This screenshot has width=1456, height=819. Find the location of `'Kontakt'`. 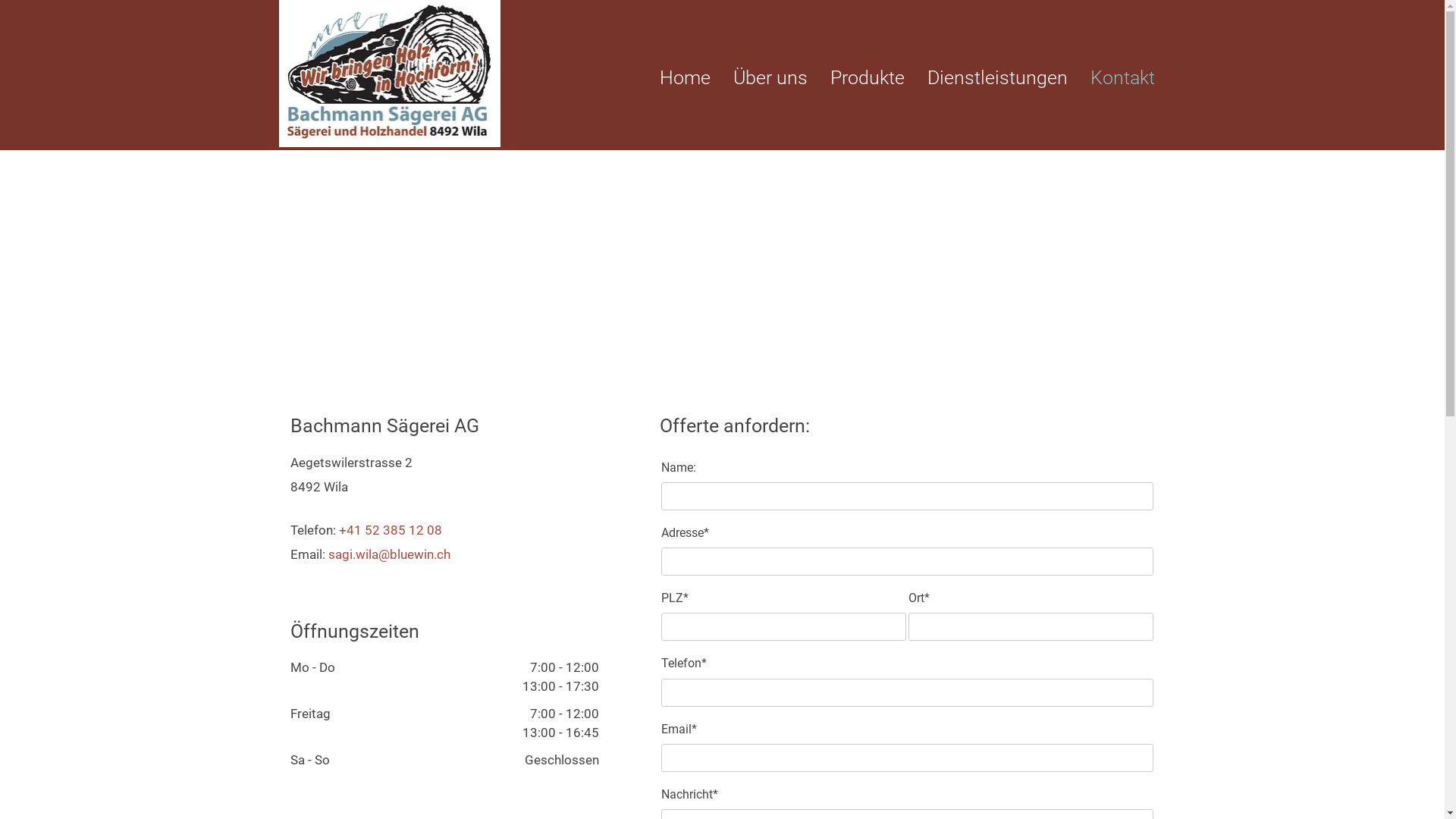

'Kontakt' is located at coordinates (1090, 78).